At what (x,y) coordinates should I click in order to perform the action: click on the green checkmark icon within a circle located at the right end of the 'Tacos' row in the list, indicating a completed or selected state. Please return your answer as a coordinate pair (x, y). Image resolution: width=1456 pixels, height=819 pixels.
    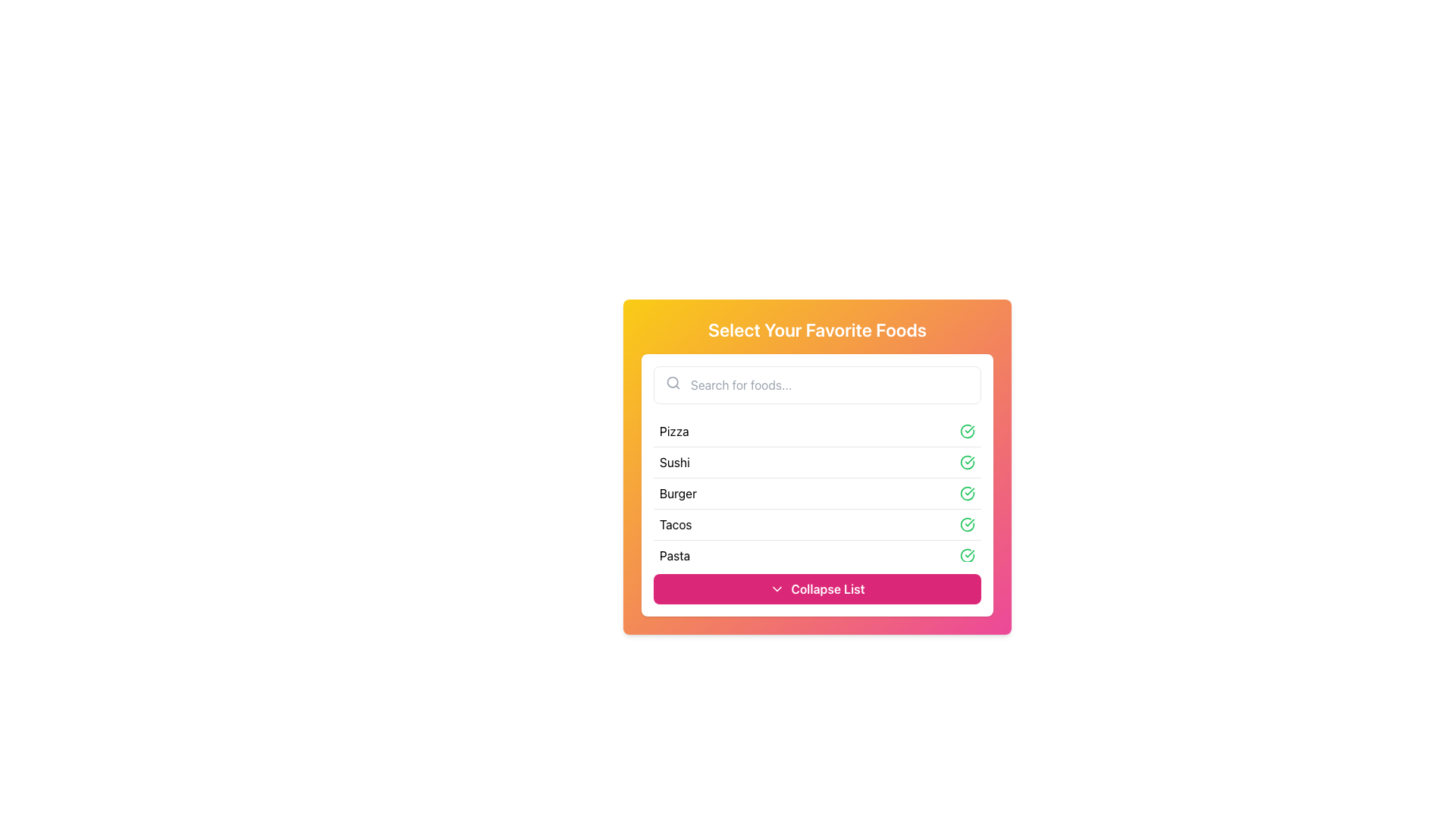
    Looking at the image, I should click on (967, 523).